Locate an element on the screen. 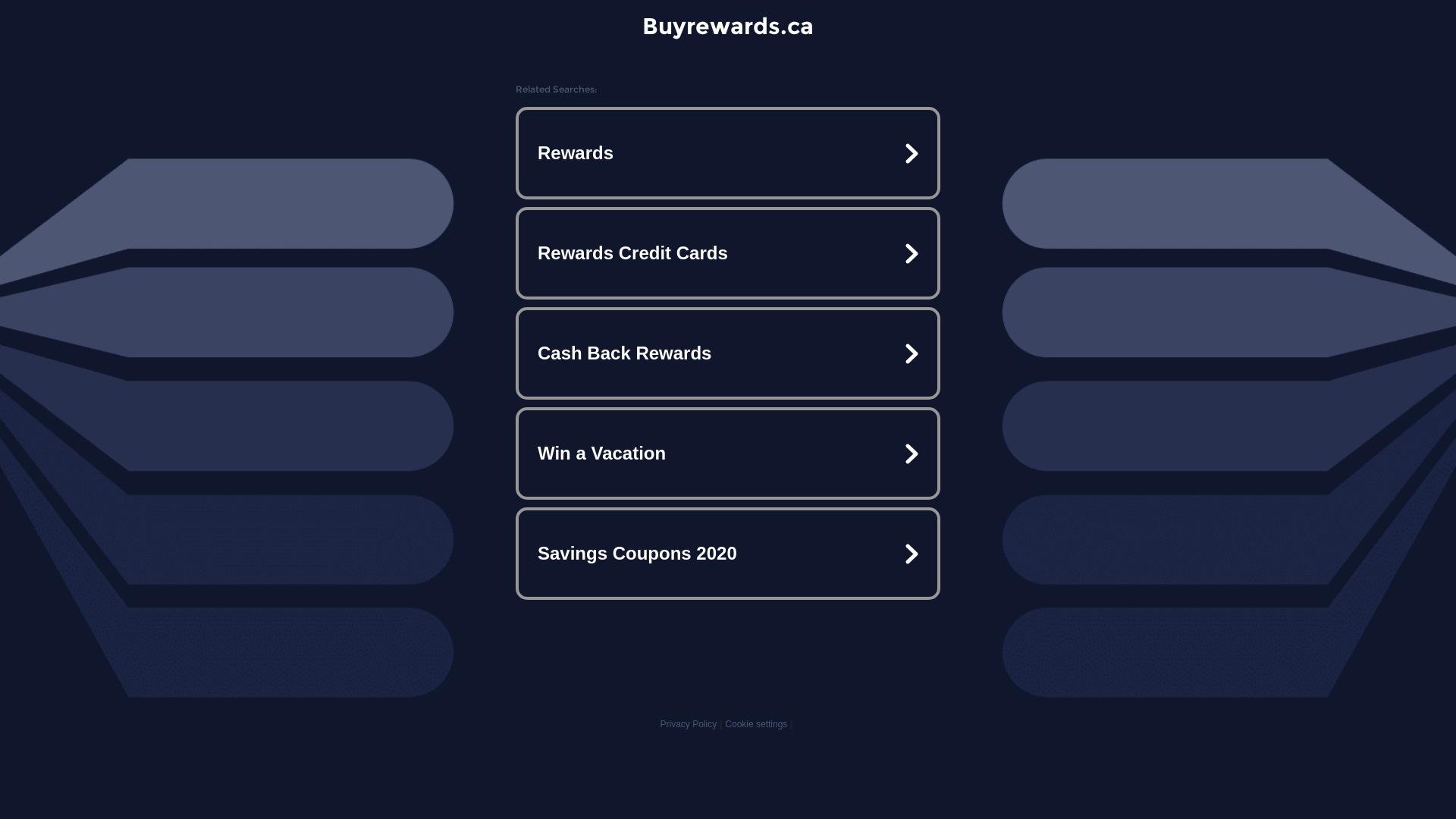 This screenshot has width=1456, height=819. 'Privacy Policy' is located at coordinates (687, 723).